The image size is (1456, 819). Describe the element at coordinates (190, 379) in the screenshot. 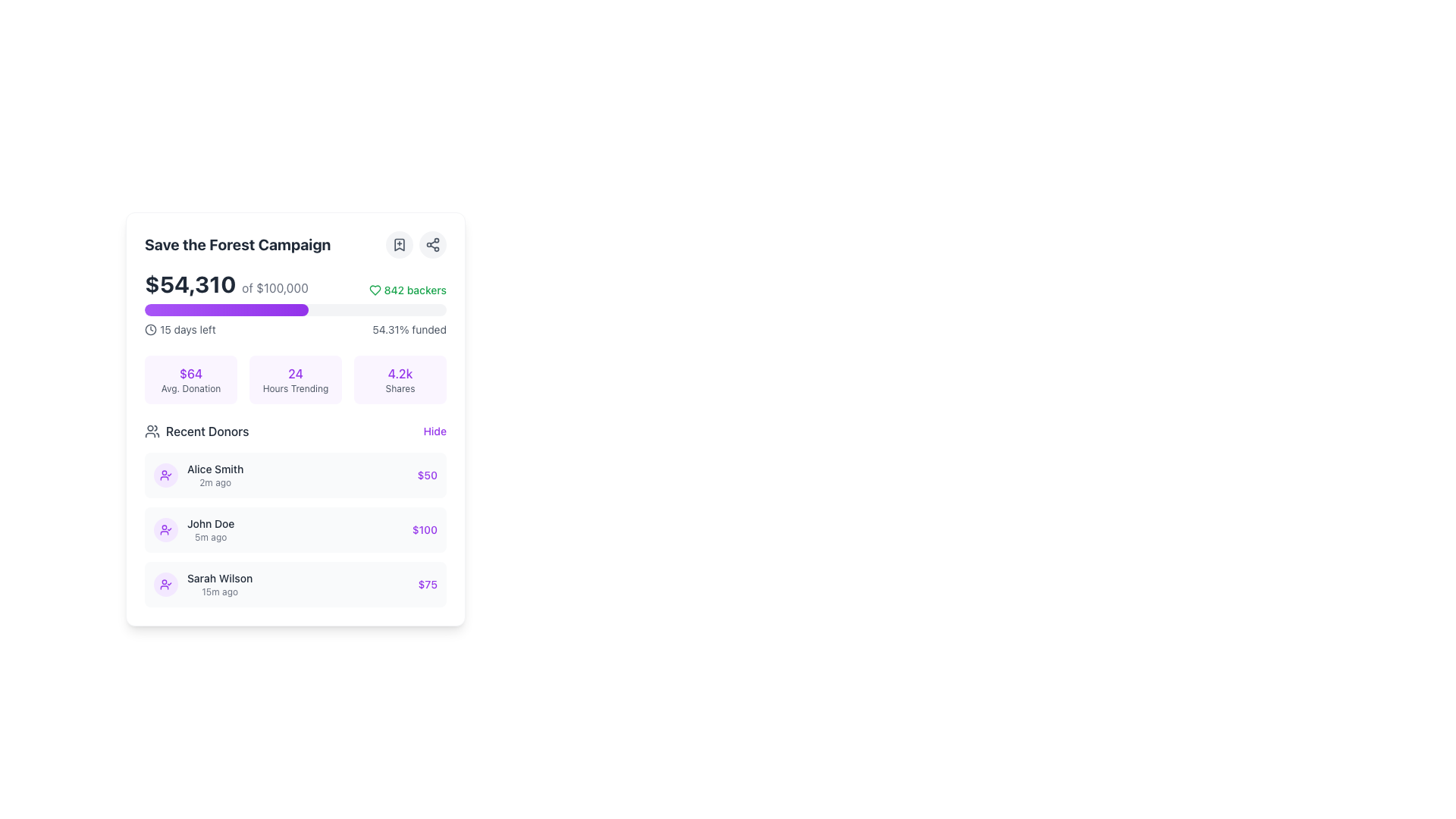

I see `the informational Text block with a background card that displays the average donation amount for the campaign, located centrally within the campaign panel` at that location.